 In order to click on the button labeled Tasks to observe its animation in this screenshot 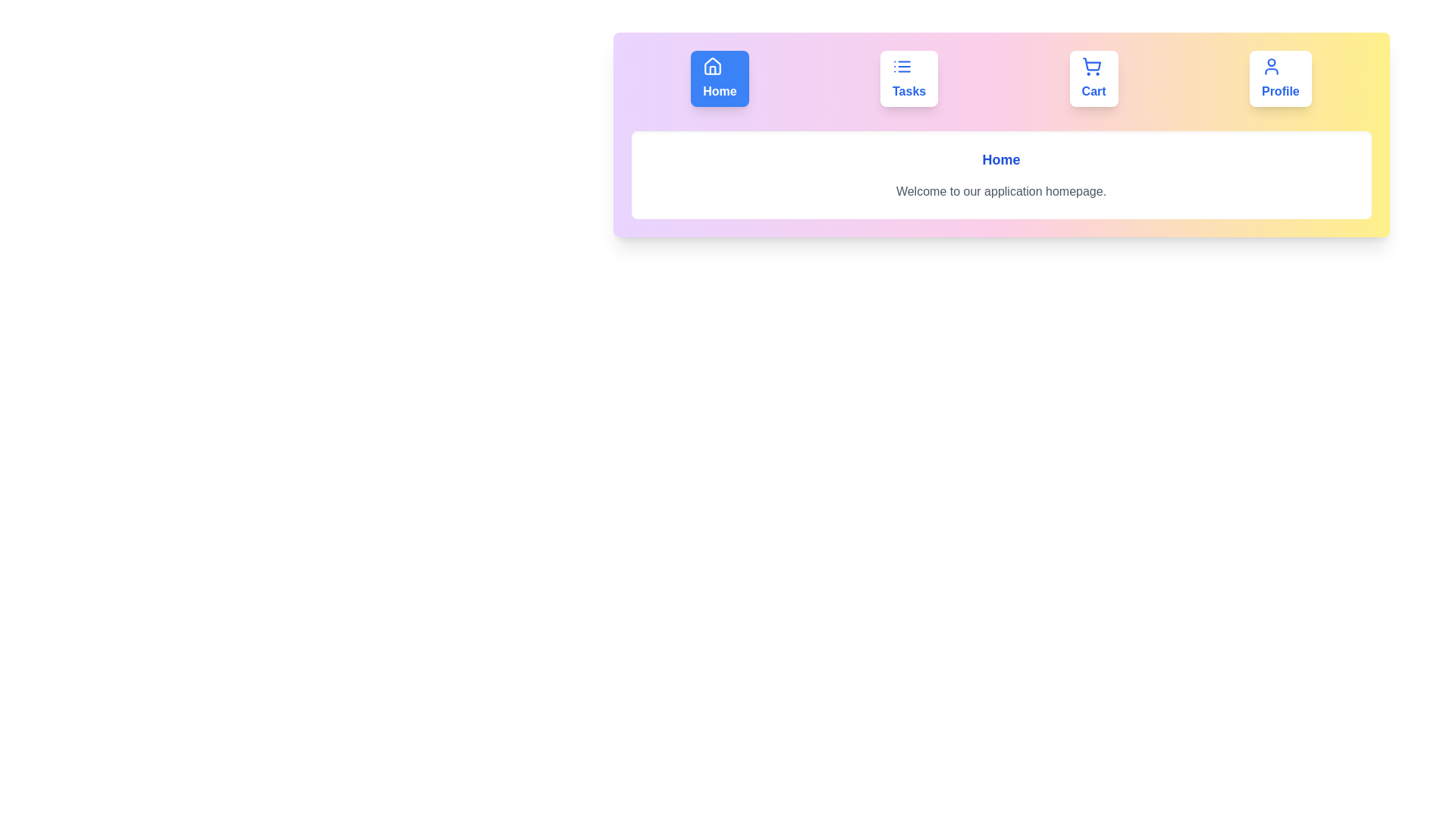, I will do `click(909, 79)`.